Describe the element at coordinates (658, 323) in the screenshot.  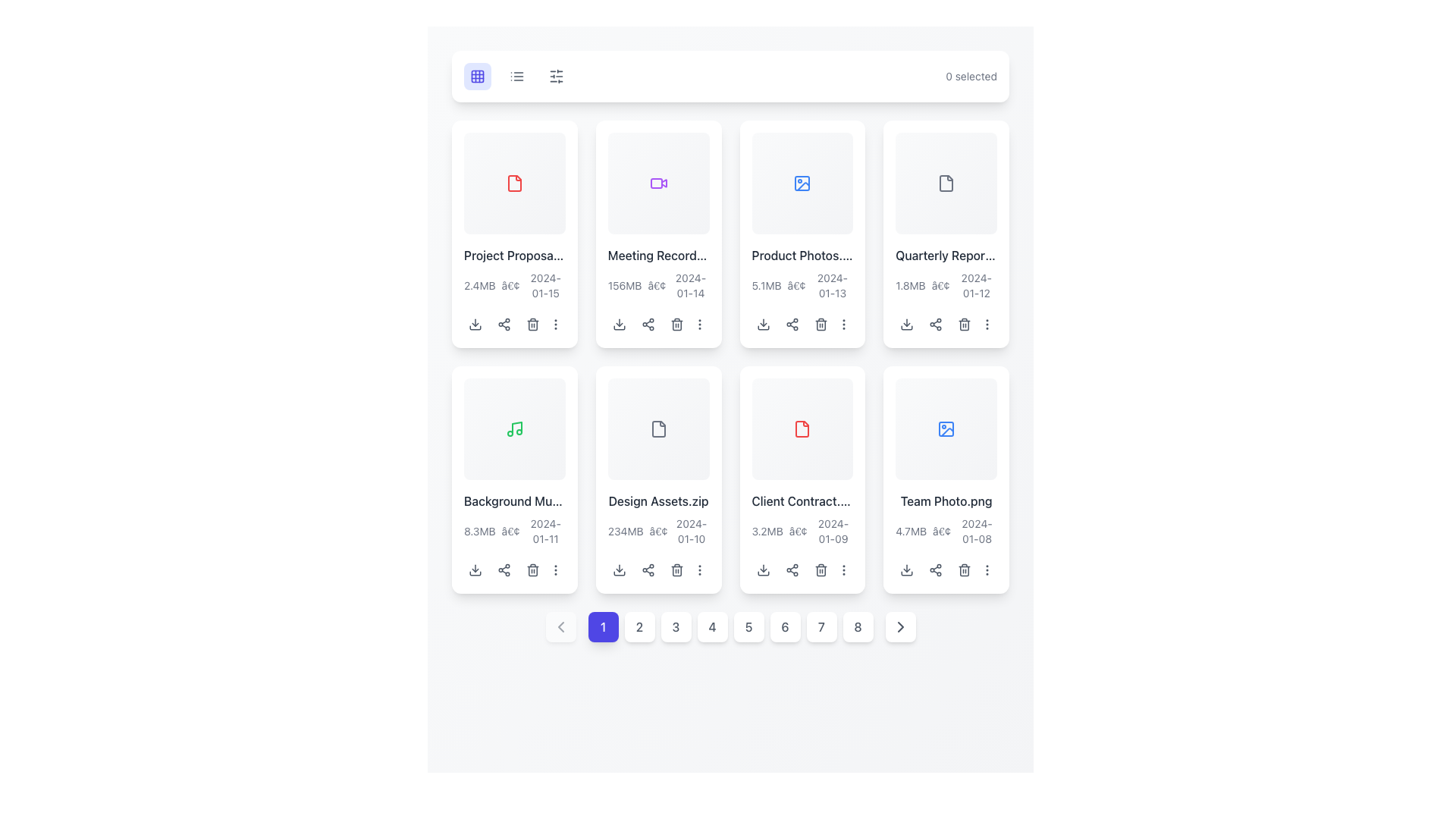
I see `the button group containing action icons (download, share, delete, etc.) located at the bottom of the 'Meeting Recording.mp4' card` at that location.